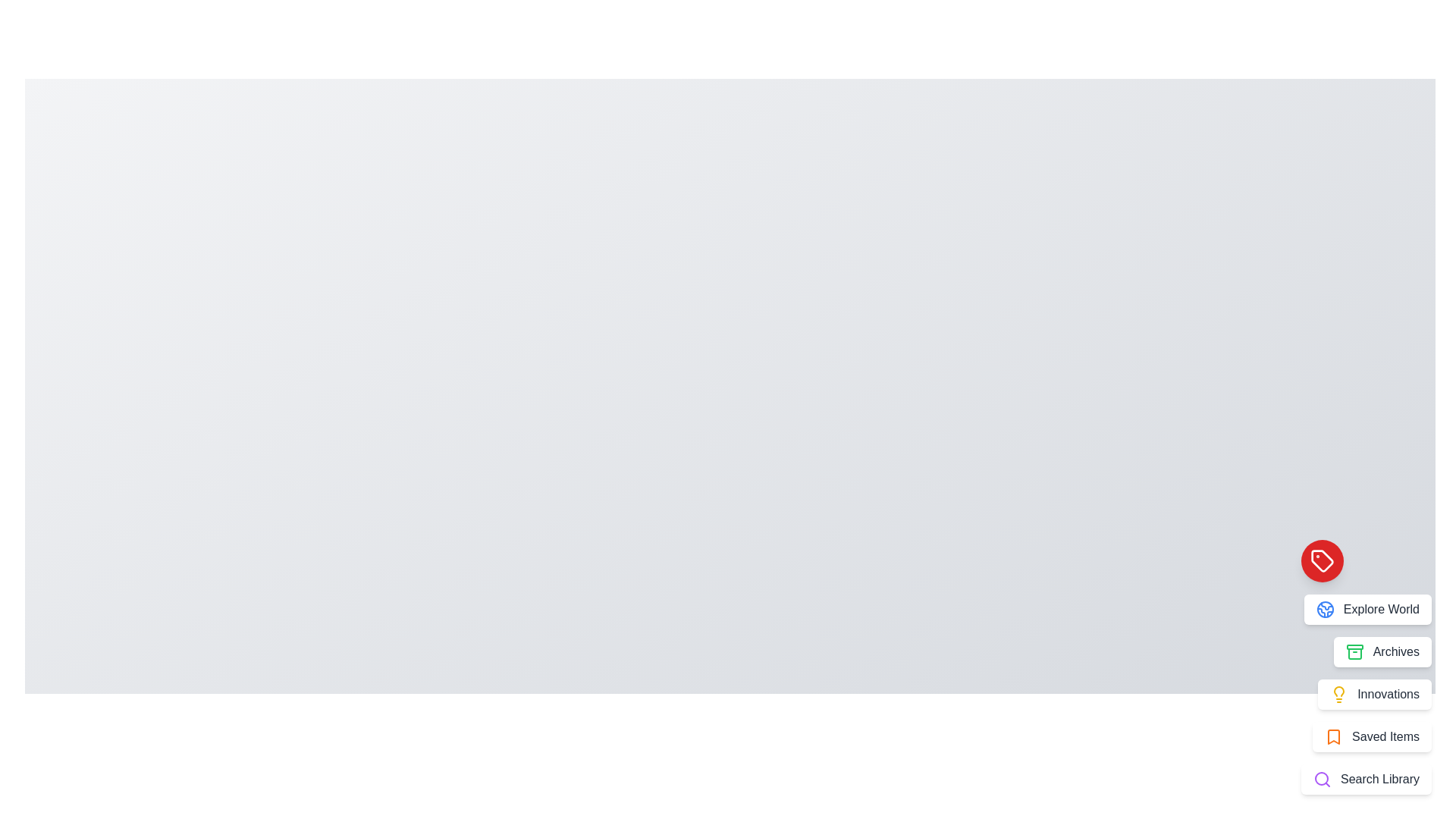  I want to click on the red floating button to toggle the menu visibility, so click(1321, 561).